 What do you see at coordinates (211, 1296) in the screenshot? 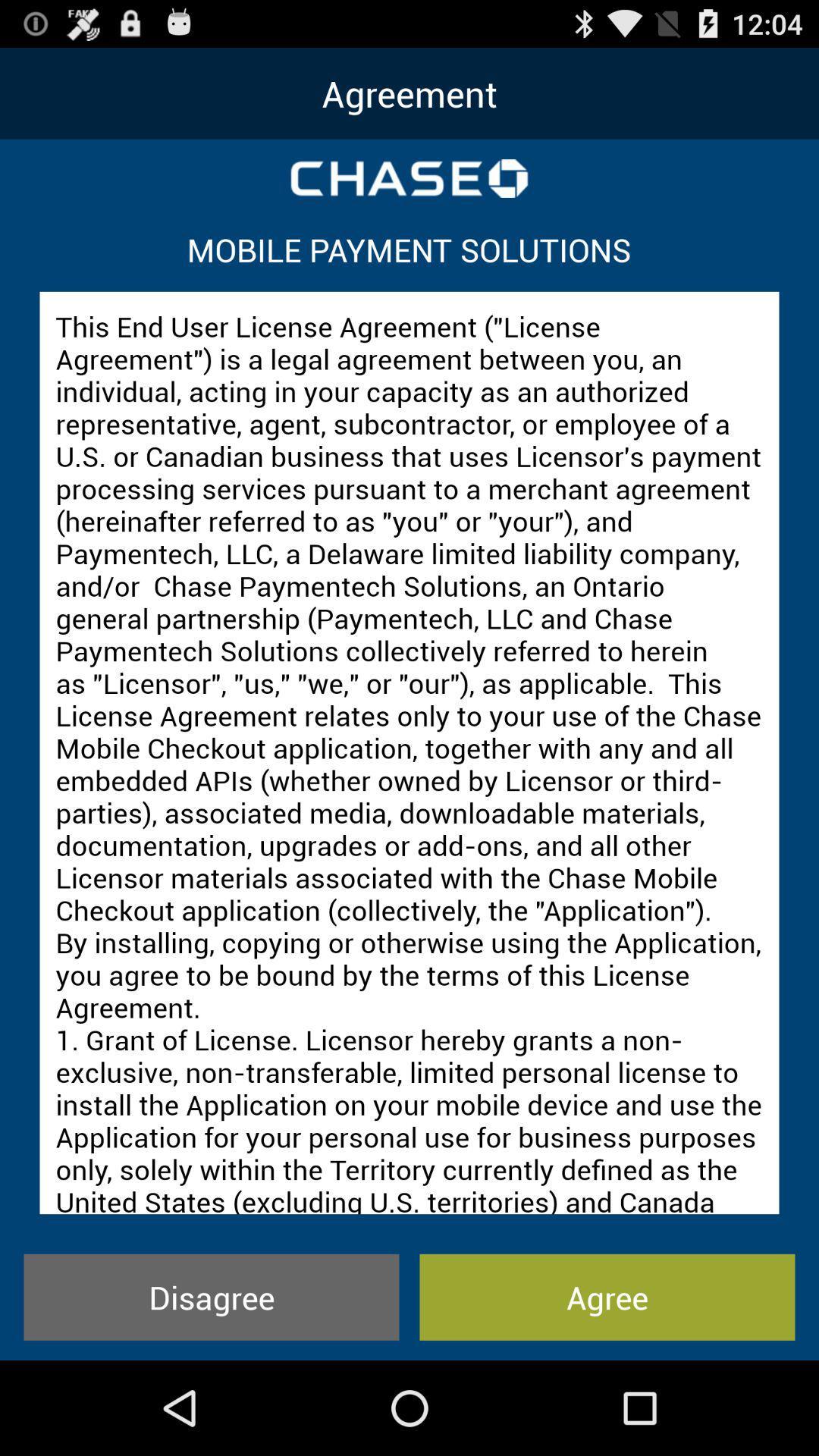
I see `the disagree item` at bounding box center [211, 1296].